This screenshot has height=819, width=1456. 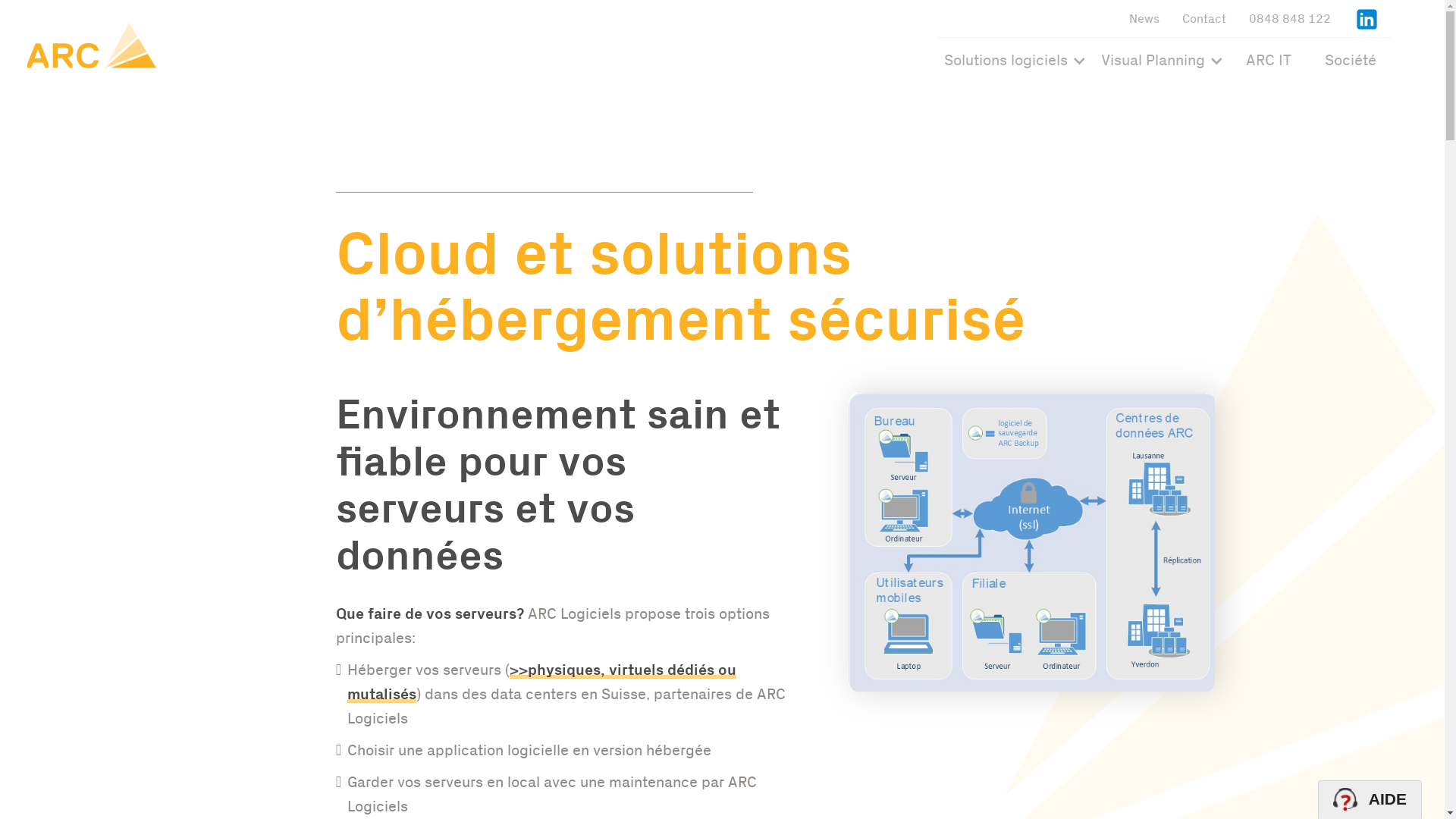 What do you see at coordinates (1153, 61) in the screenshot?
I see `'Visual Planning'` at bounding box center [1153, 61].